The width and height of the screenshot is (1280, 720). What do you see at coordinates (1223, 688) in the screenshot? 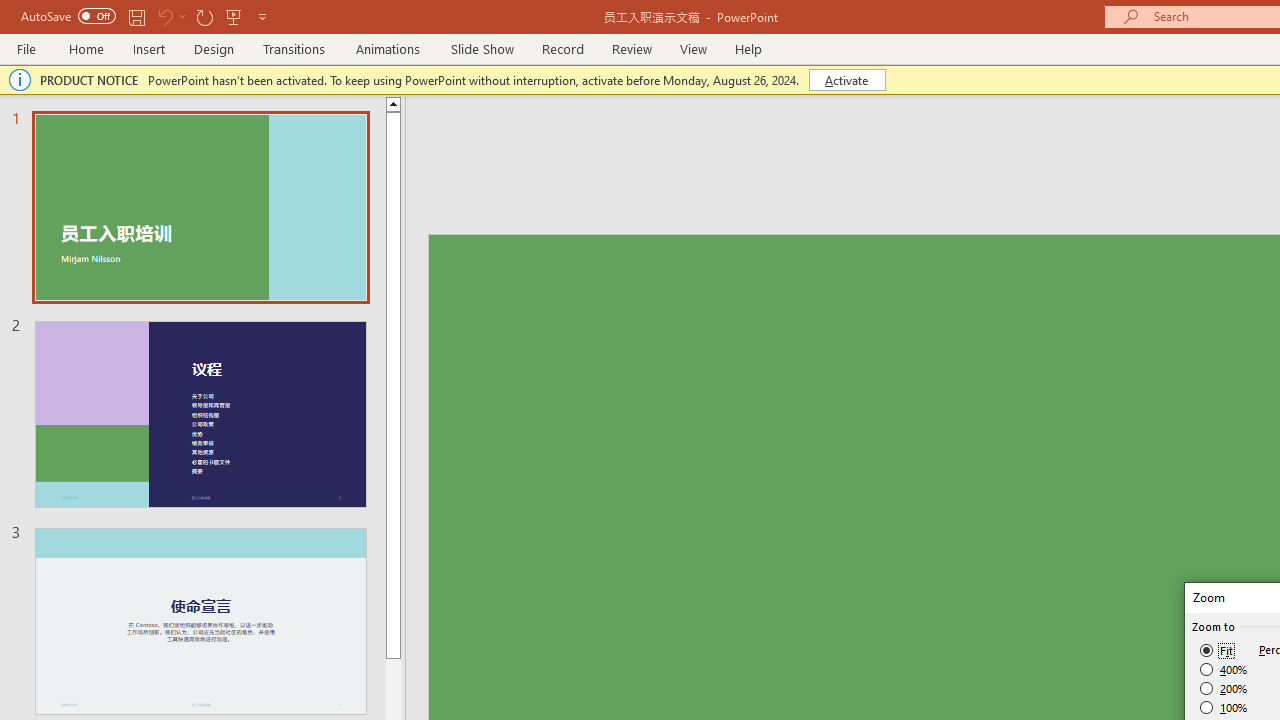
I see `'200%'` at bounding box center [1223, 688].